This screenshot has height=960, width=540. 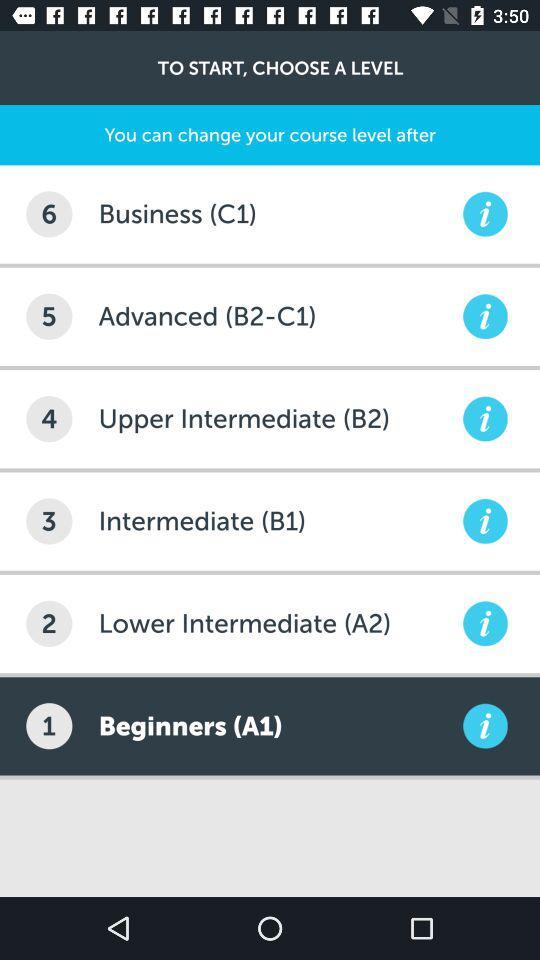 I want to click on more information, so click(x=484, y=316).